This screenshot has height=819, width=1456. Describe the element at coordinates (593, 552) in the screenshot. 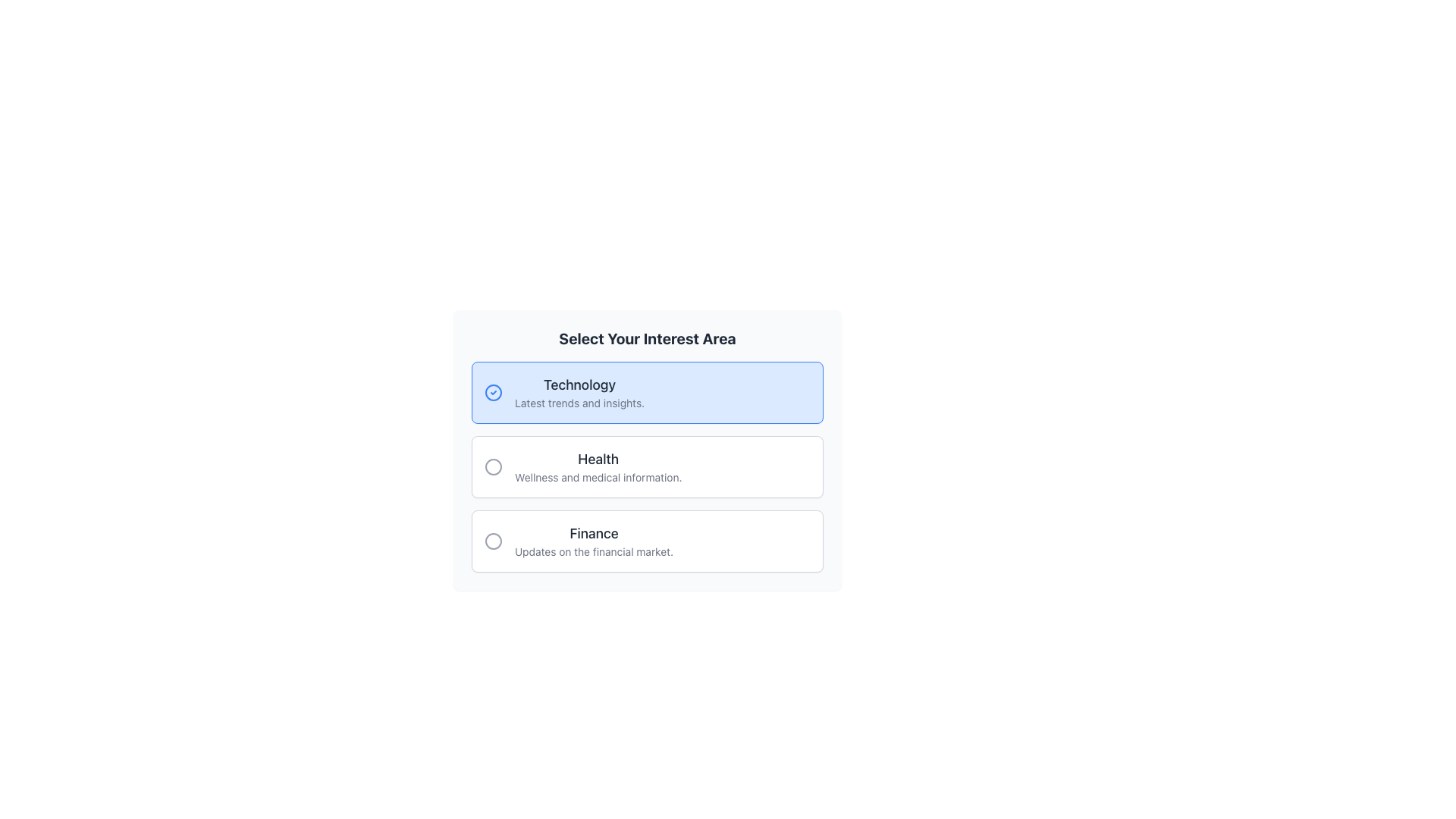

I see `text content of the label that displays 'Updates on the financial market.' located below the 'Finance' heading in the selection box` at that location.